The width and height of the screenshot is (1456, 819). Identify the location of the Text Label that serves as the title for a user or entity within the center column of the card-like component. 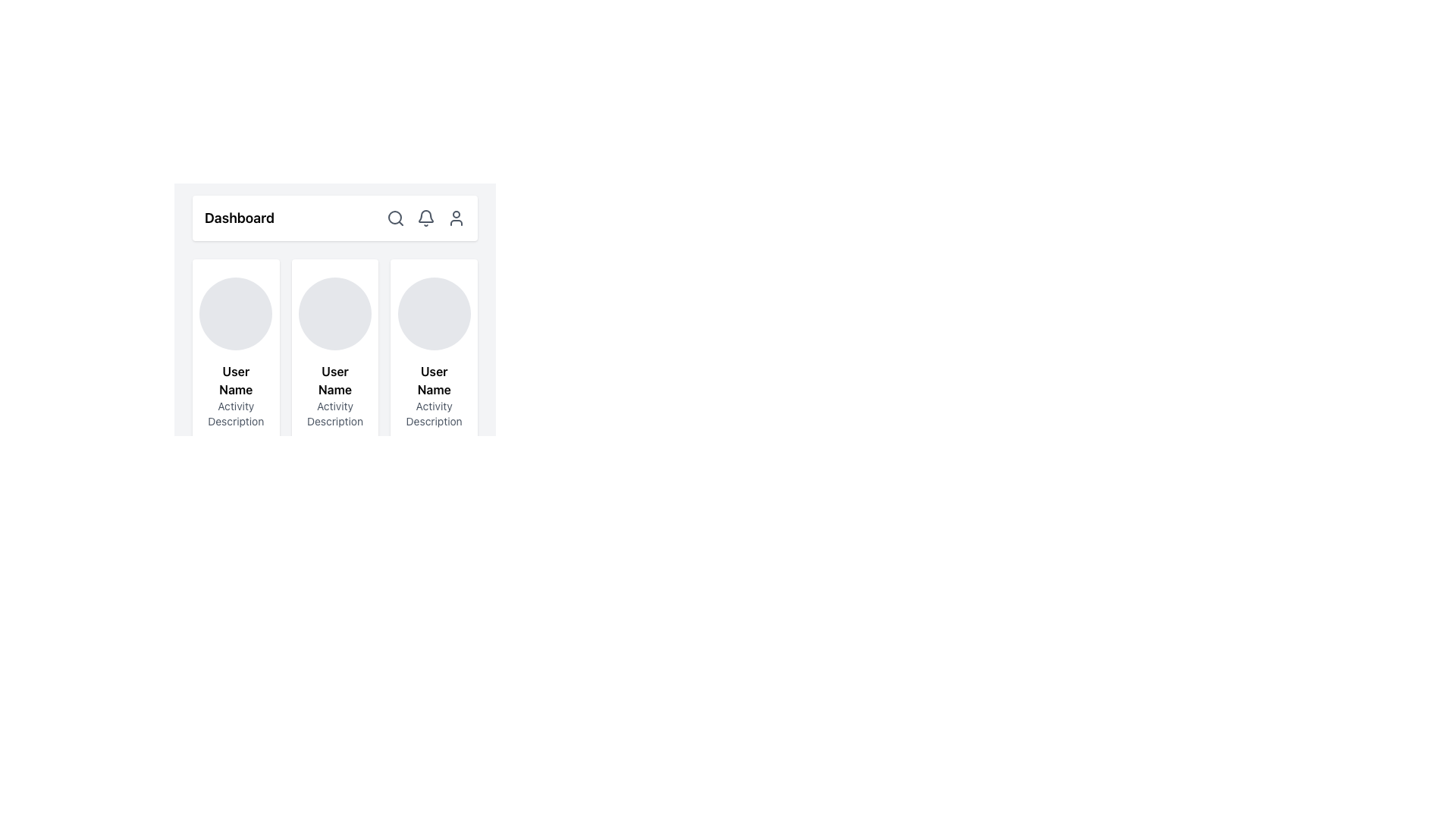
(334, 379).